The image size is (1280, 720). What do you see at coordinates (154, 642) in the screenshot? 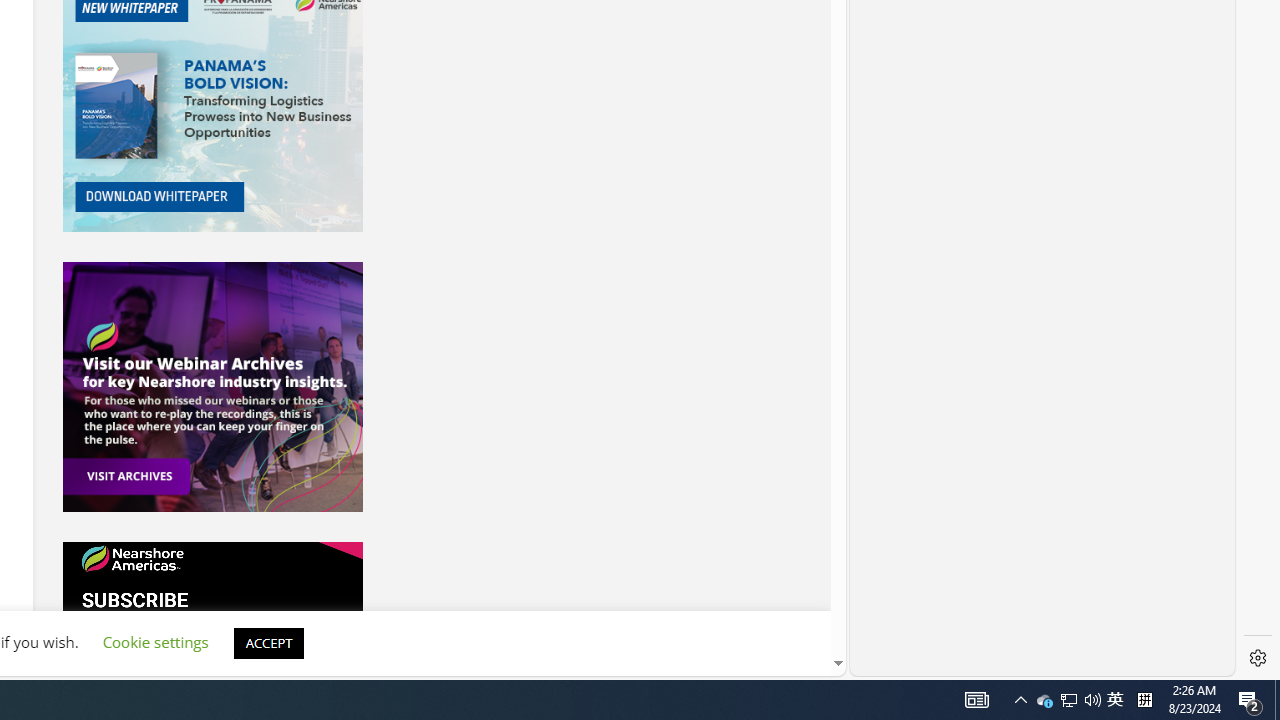
I see `'Cookie settings'` at bounding box center [154, 642].